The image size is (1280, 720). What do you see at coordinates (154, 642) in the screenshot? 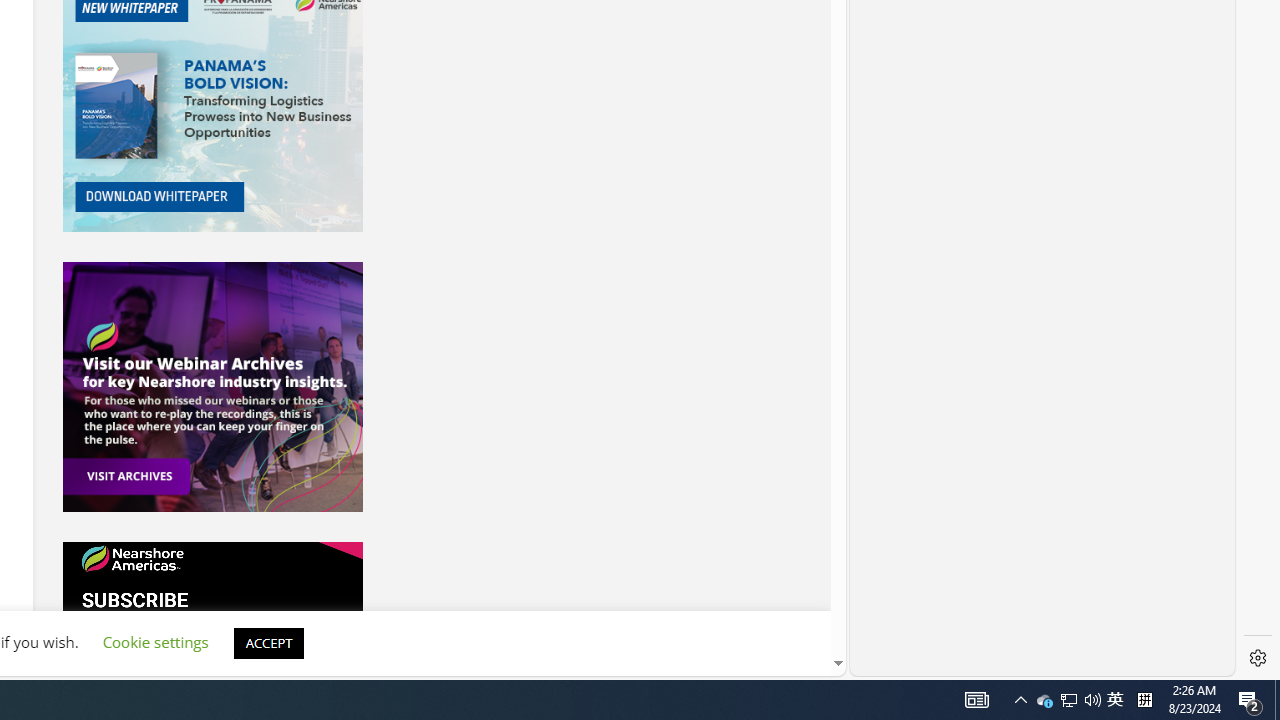
I see `'Cookie settings'` at bounding box center [154, 642].